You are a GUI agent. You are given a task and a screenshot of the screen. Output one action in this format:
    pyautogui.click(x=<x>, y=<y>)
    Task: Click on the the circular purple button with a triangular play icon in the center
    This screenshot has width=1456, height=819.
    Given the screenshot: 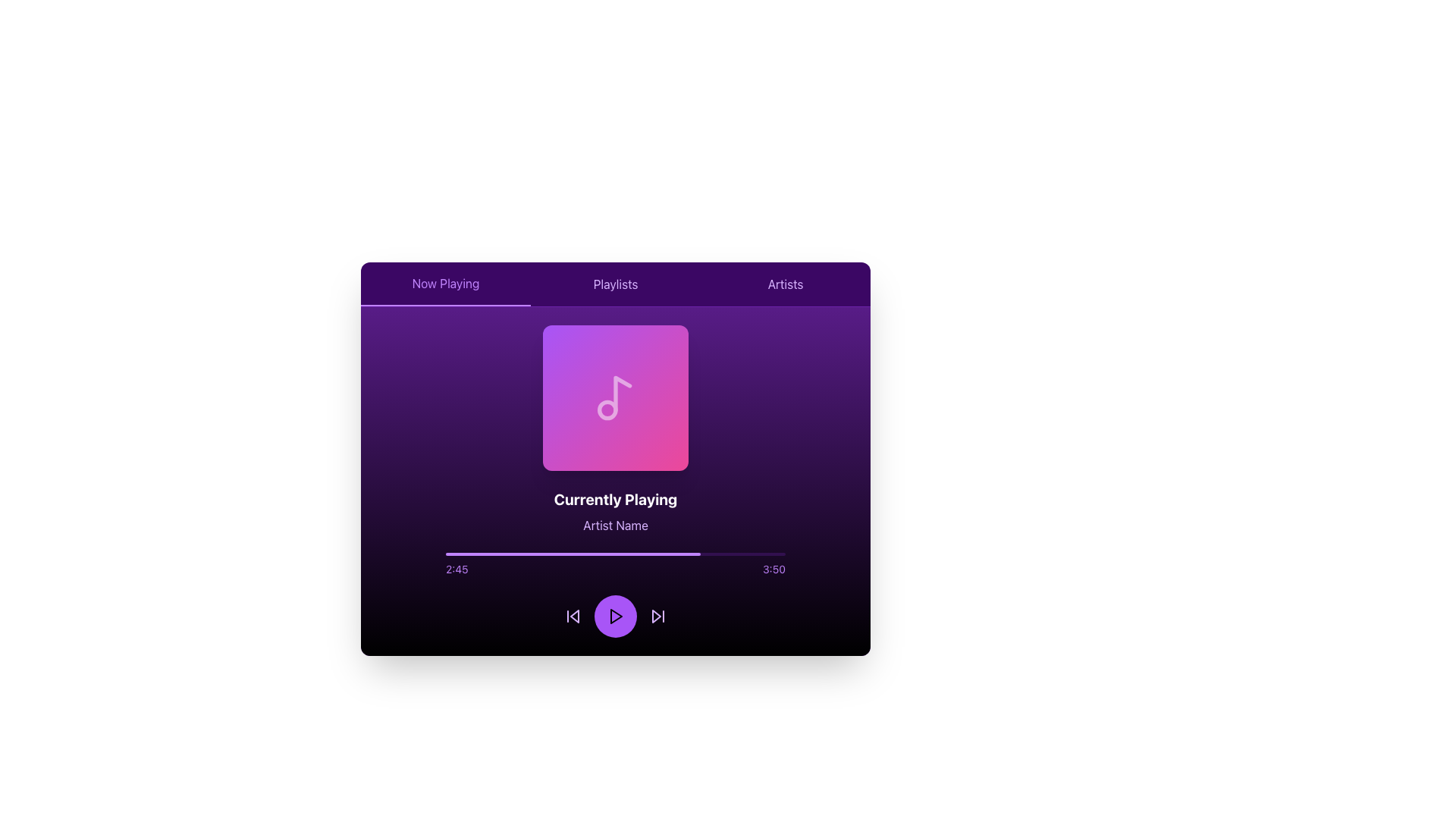 What is the action you would take?
    pyautogui.click(x=615, y=617)
    